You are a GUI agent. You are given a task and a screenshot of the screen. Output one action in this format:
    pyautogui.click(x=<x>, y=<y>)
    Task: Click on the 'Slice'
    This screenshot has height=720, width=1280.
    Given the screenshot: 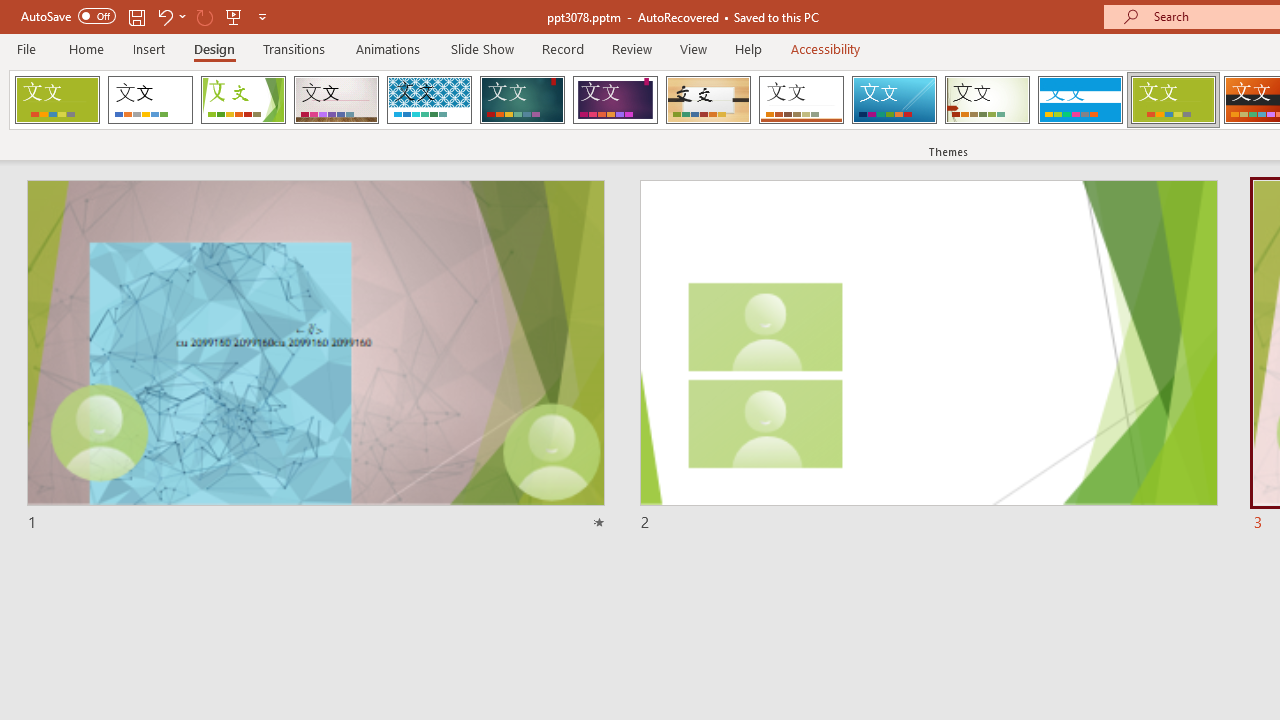 What is the action you would take?
    pyautogui.click(x=893, y=100)
    